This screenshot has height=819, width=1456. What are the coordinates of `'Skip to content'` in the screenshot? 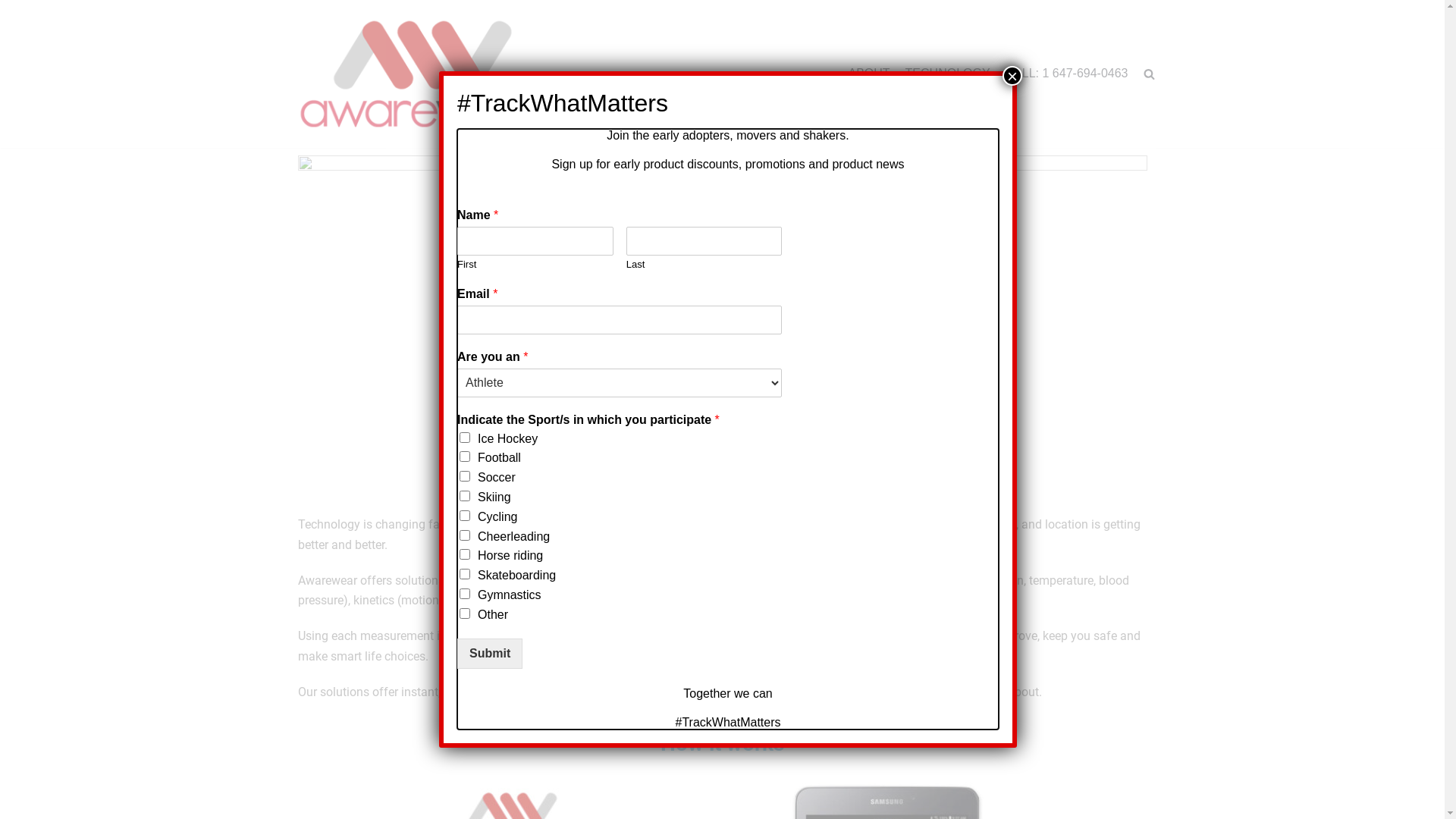 It's located at (14, 8).